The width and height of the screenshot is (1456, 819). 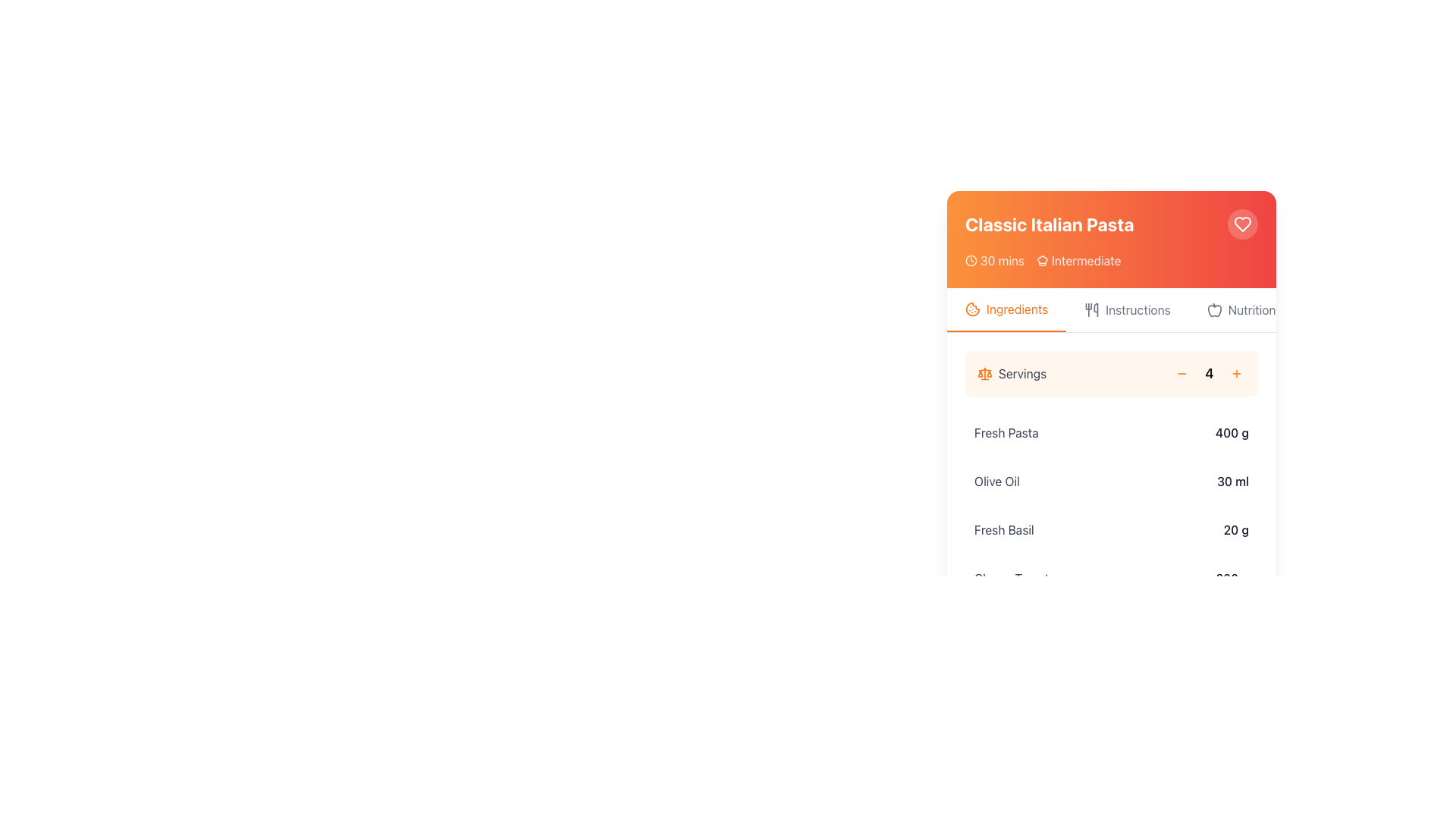 I want to click on the gray apple icon, which is the first element in the 'Nutrition' tab group, located to the left of the 'Nutrition' text label, so click(x=1214, y=309).